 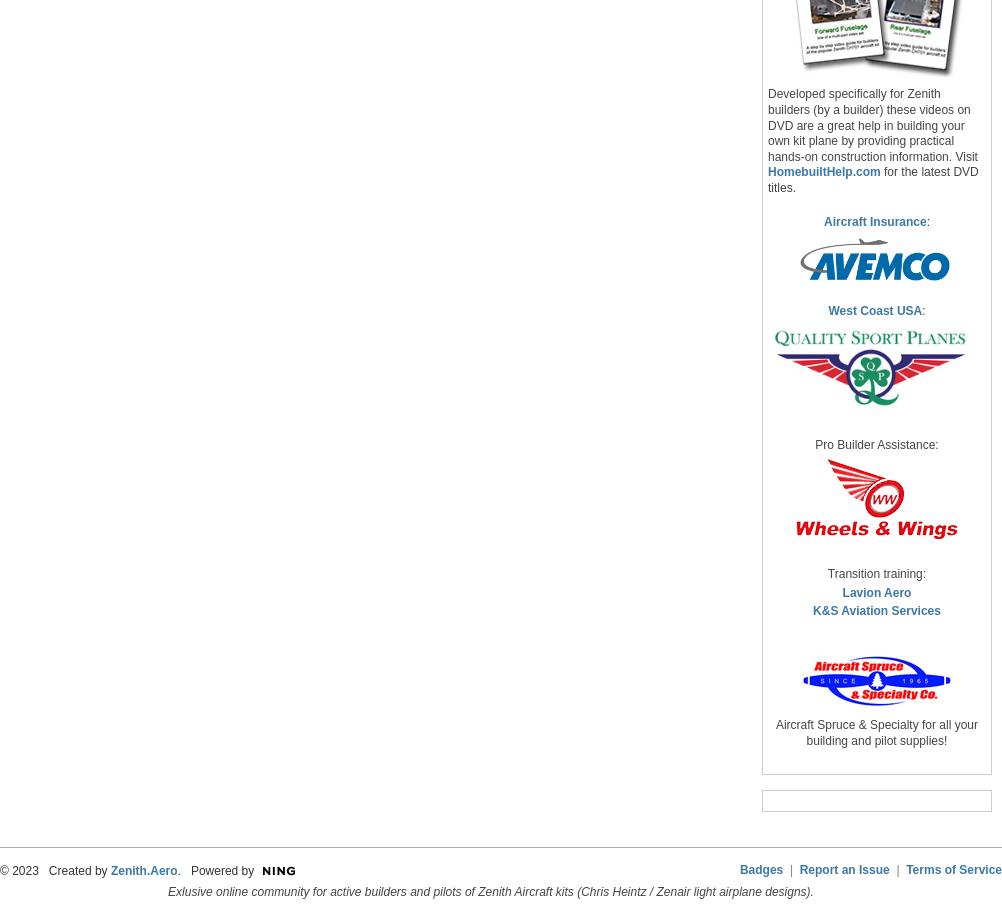 What do you see at coordinates (814, 443) in the screenshot?
I see `'Pro Builder Assistance:'` at bounding box center [814, 443].